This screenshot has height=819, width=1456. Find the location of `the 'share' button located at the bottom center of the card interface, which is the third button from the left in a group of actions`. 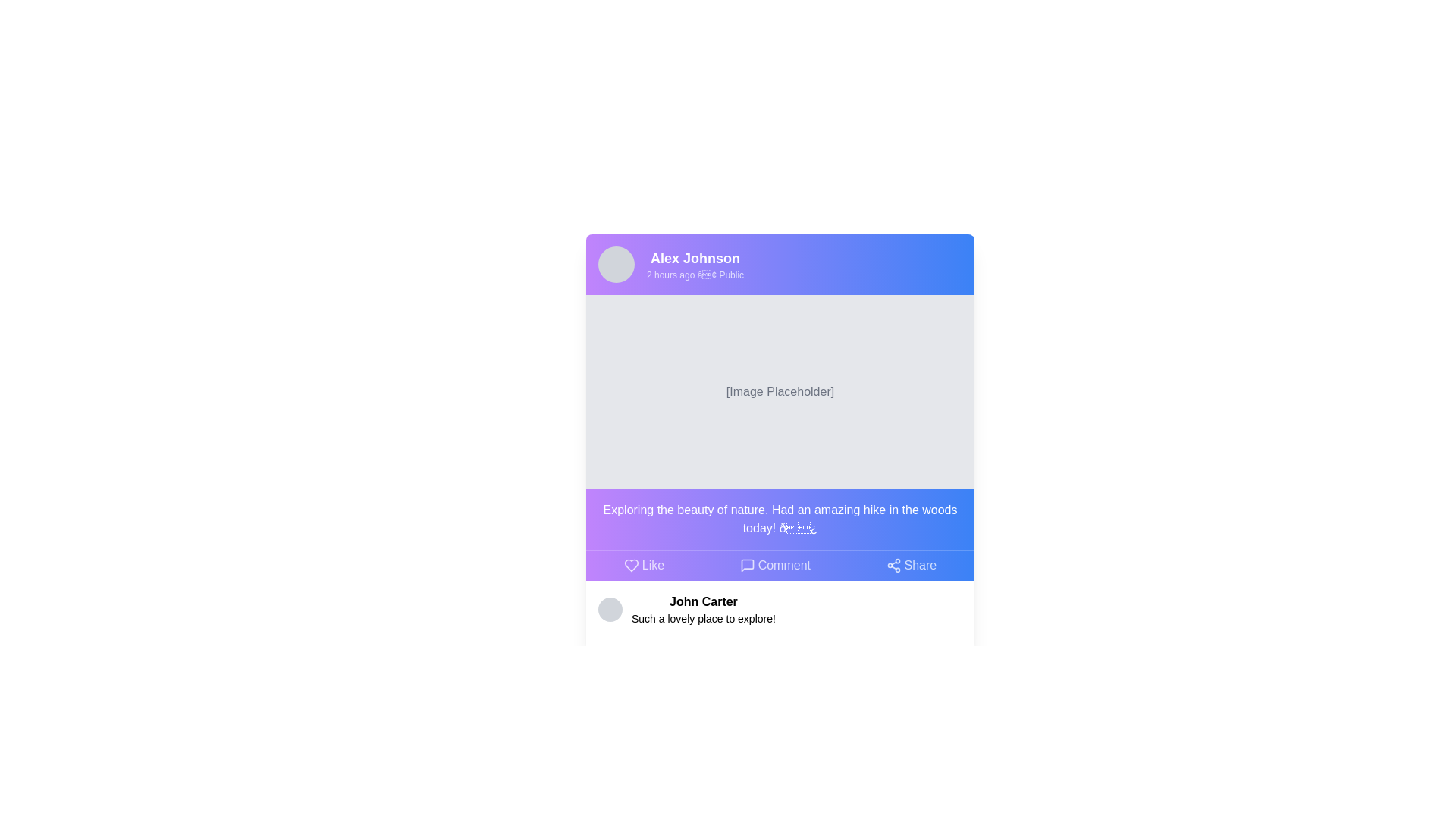

the 'share' button located at the bottom center of the card interface, which is the third button from the left in a group of actions is located at coordinates (910, 565).